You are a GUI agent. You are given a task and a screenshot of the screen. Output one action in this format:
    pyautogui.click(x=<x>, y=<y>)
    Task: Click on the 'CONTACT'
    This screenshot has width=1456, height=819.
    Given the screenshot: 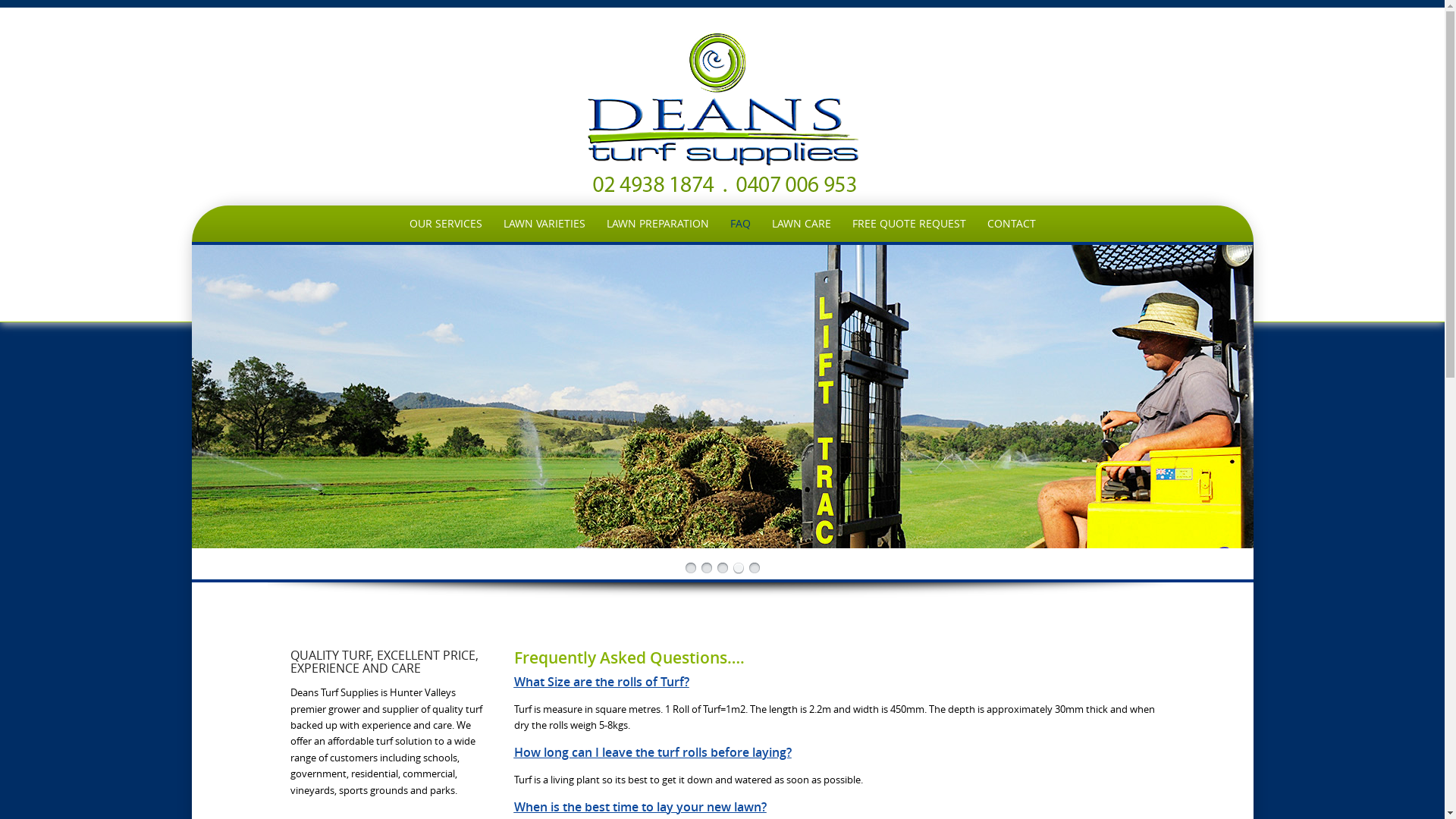 What is the action you would take?
    pyautogui.click(x=1012, y=223)
    